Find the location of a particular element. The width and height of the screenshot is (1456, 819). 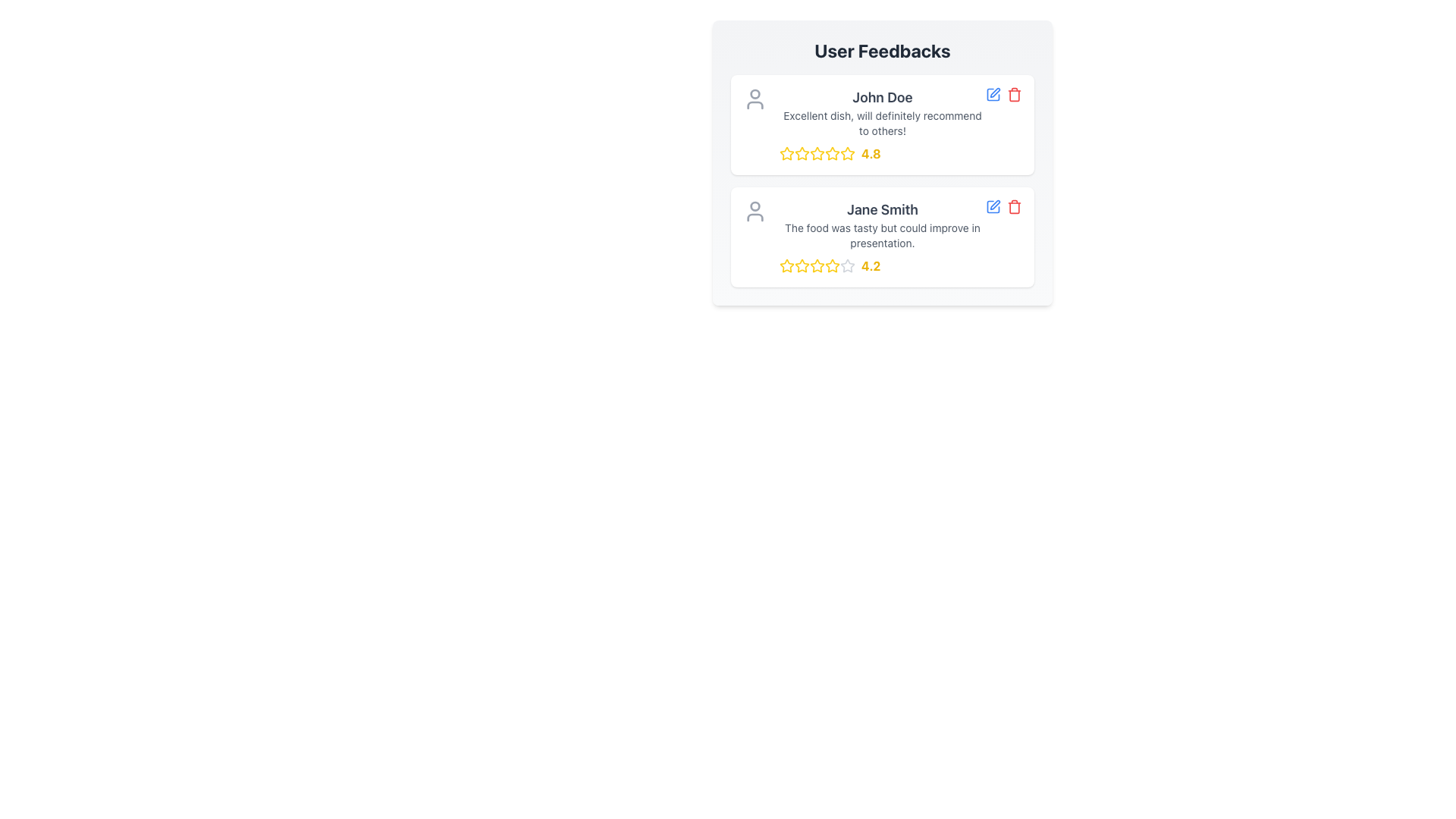

the third star icon in the rating system under 'John Doe' is located at coordinates (817, 154).